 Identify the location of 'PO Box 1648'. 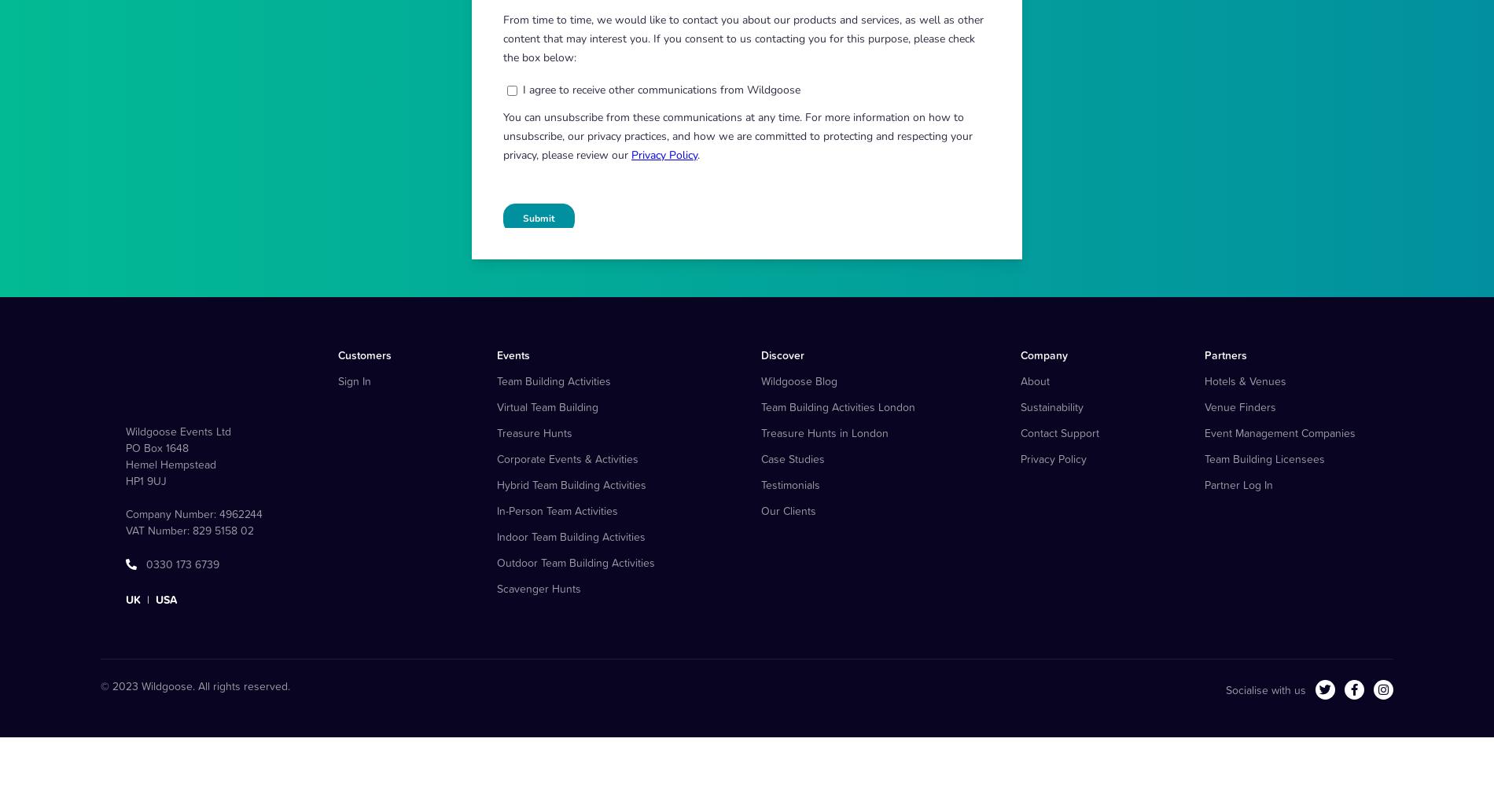
(157, 524).